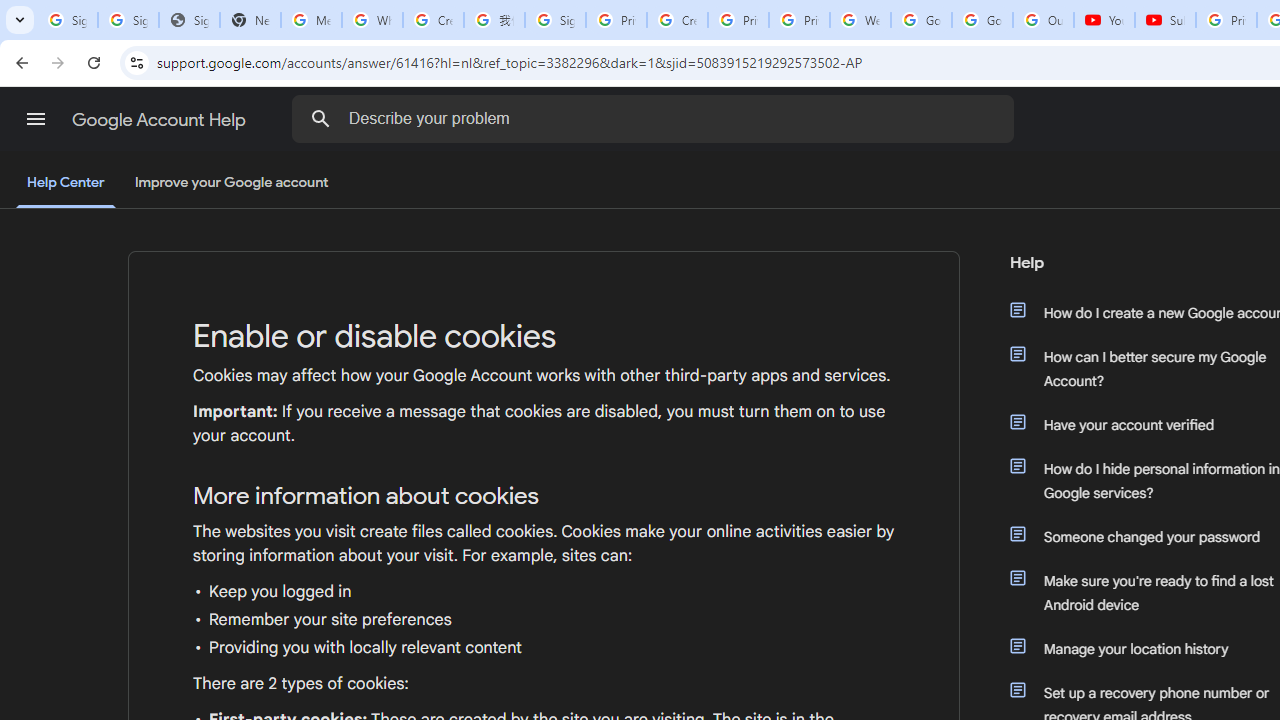  I want to click on 'Search the Help Center', so click(320, 118).